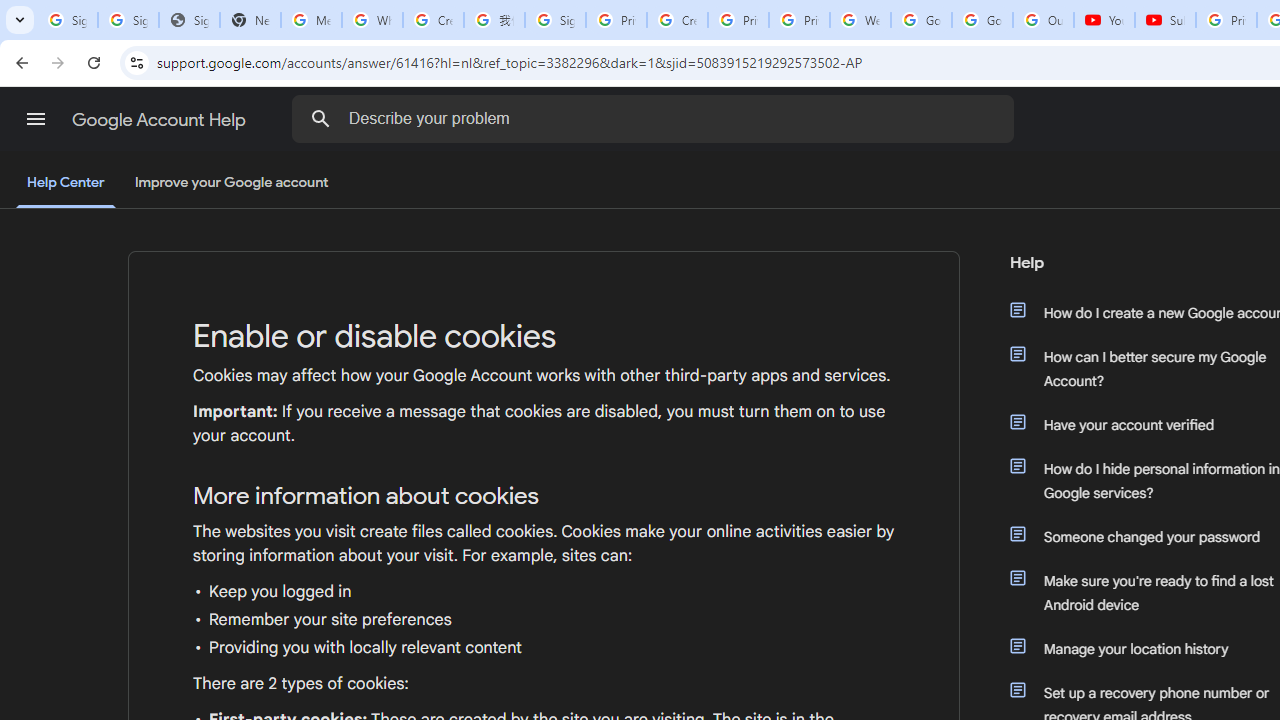  I want to click on 'Search the Help Center', so click(320, 118).